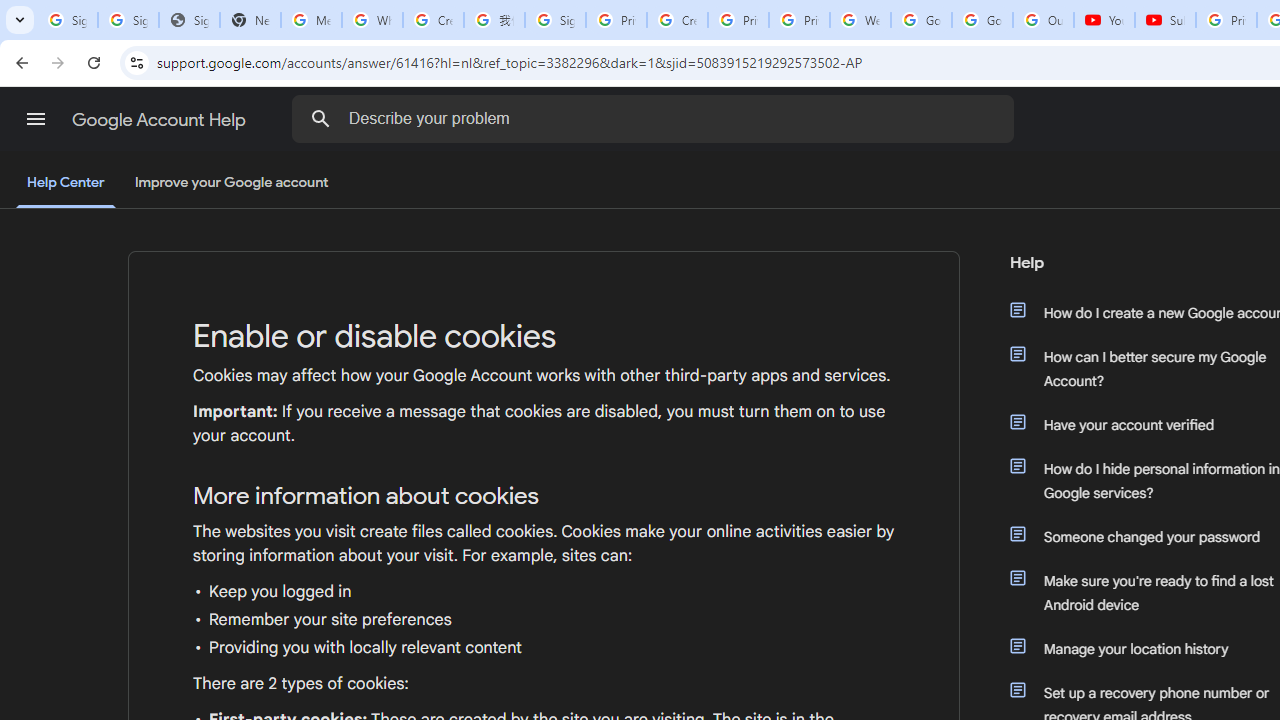  I want to click on 'Search the Help Center', so click(320, 118).